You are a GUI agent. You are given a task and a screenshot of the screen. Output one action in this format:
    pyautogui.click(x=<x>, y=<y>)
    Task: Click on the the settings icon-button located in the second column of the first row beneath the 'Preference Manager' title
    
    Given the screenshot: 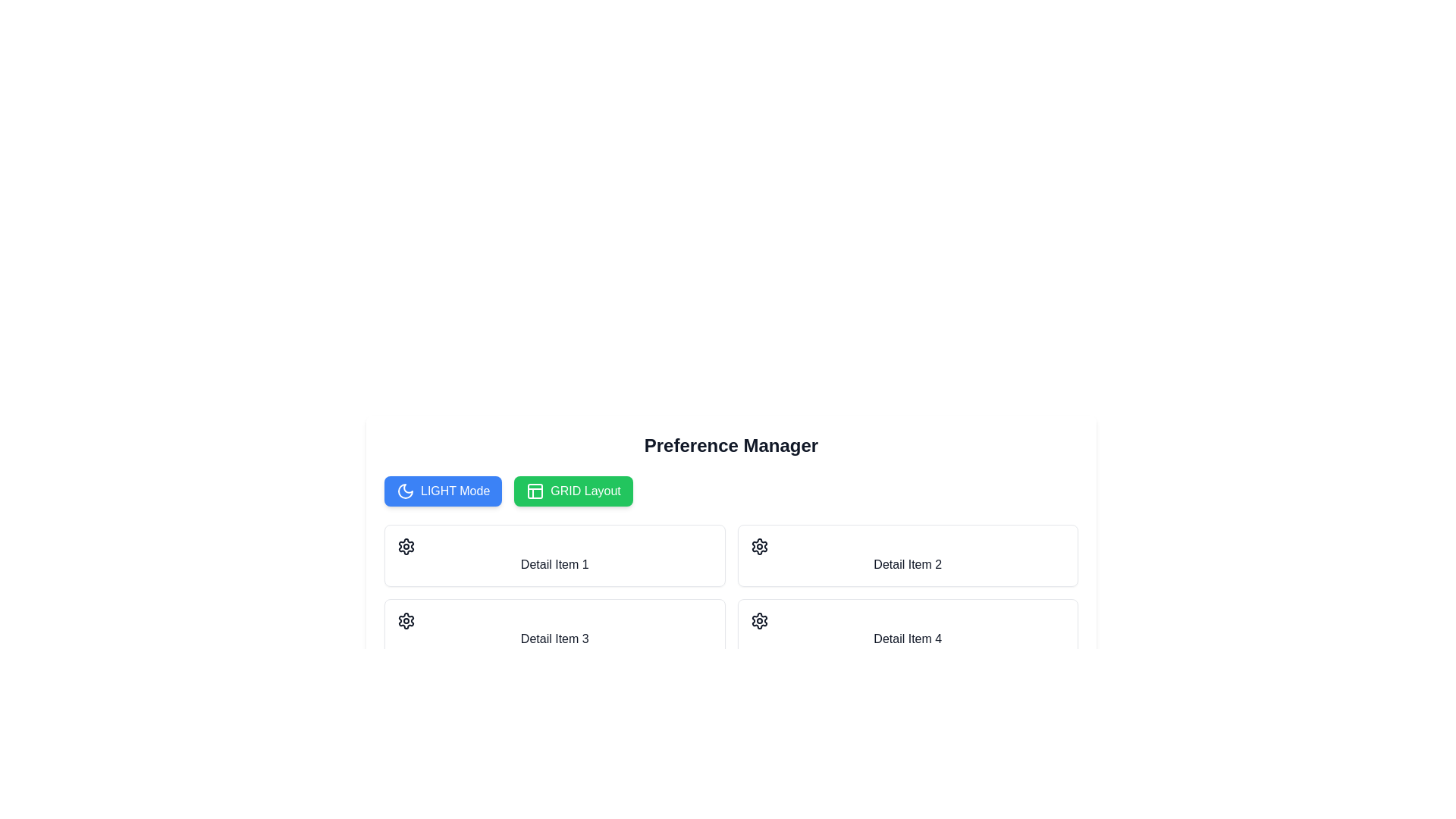 What is the action you would take?
    pyautogui.click(x=759, y=547)
    